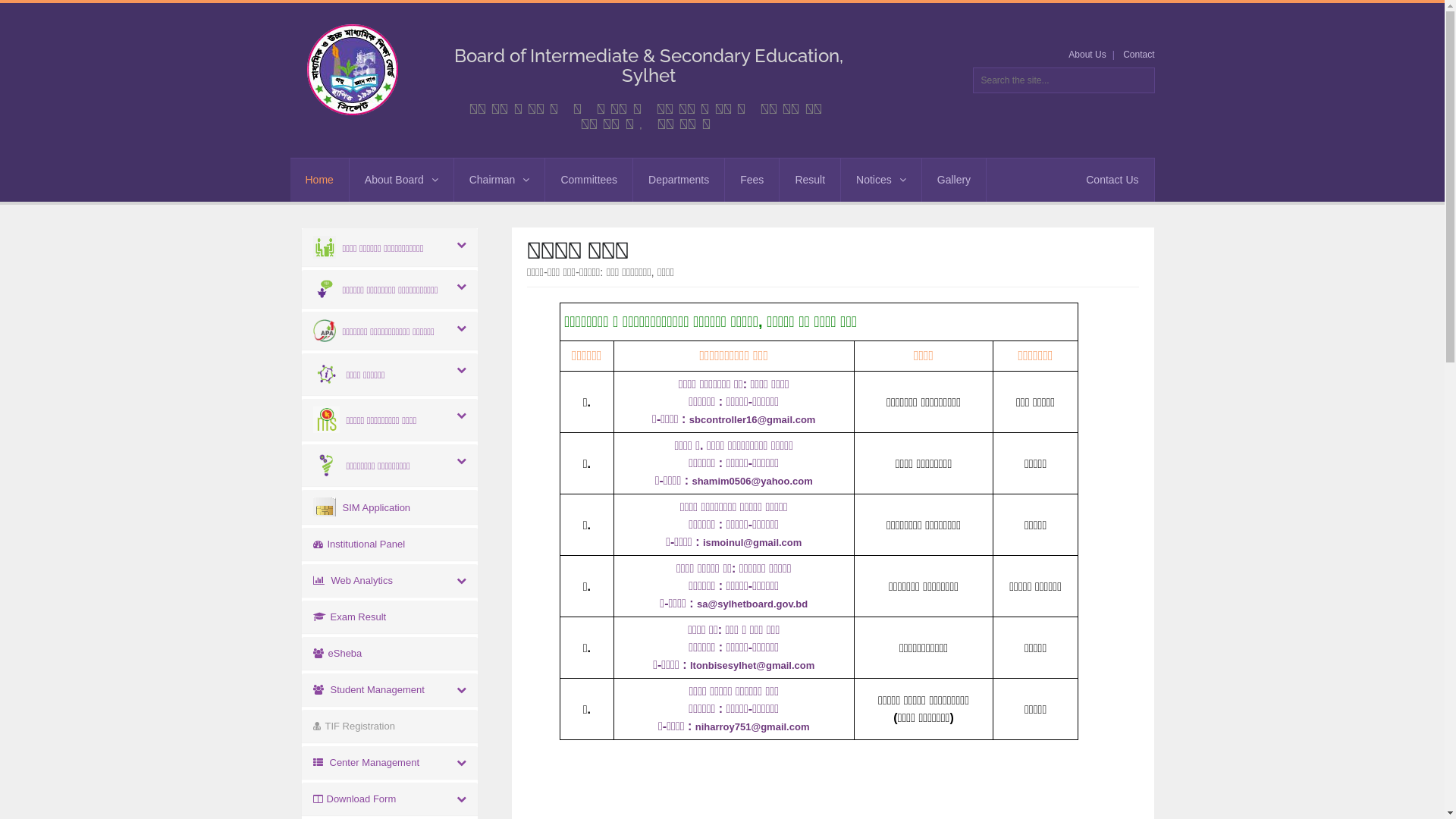 This screenshot has height=819, width=1456. Describe the element at coordinates (366, 762) in the screenshot. I see `'   Center Management'` at that location.